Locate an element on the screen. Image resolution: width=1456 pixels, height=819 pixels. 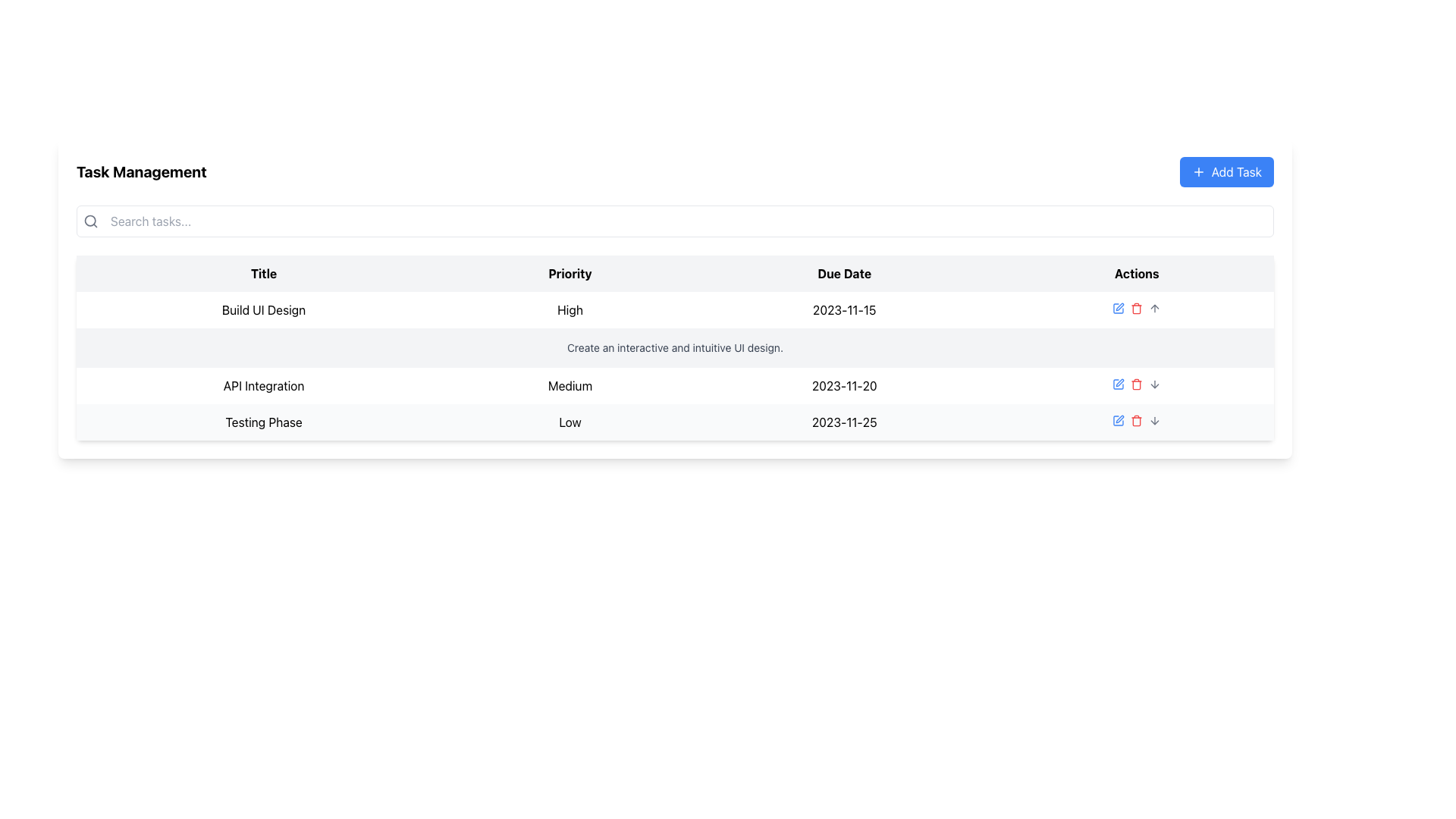
the small plus sign icon located to the left of the 'Add Task' text on the blue button in the top-right corner is located at coordinates (1197, 171).